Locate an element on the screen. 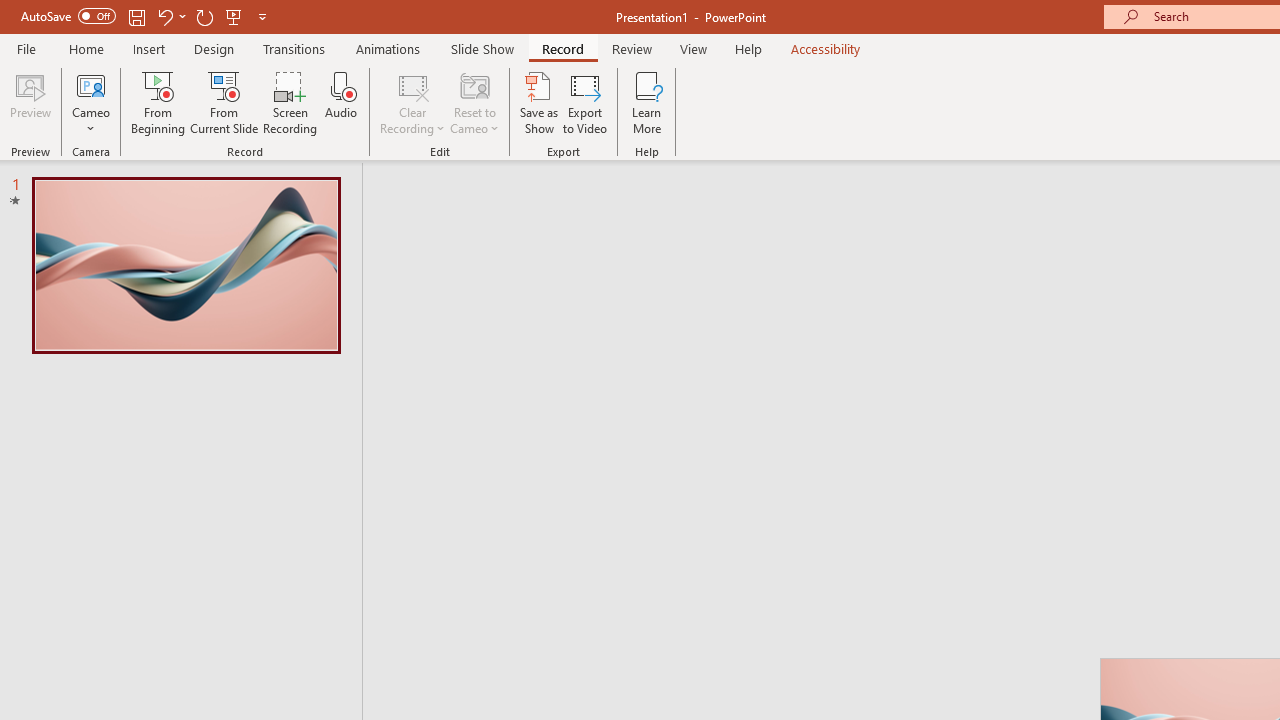  'Reset to Cameo' is located at coordinates (473, 103).